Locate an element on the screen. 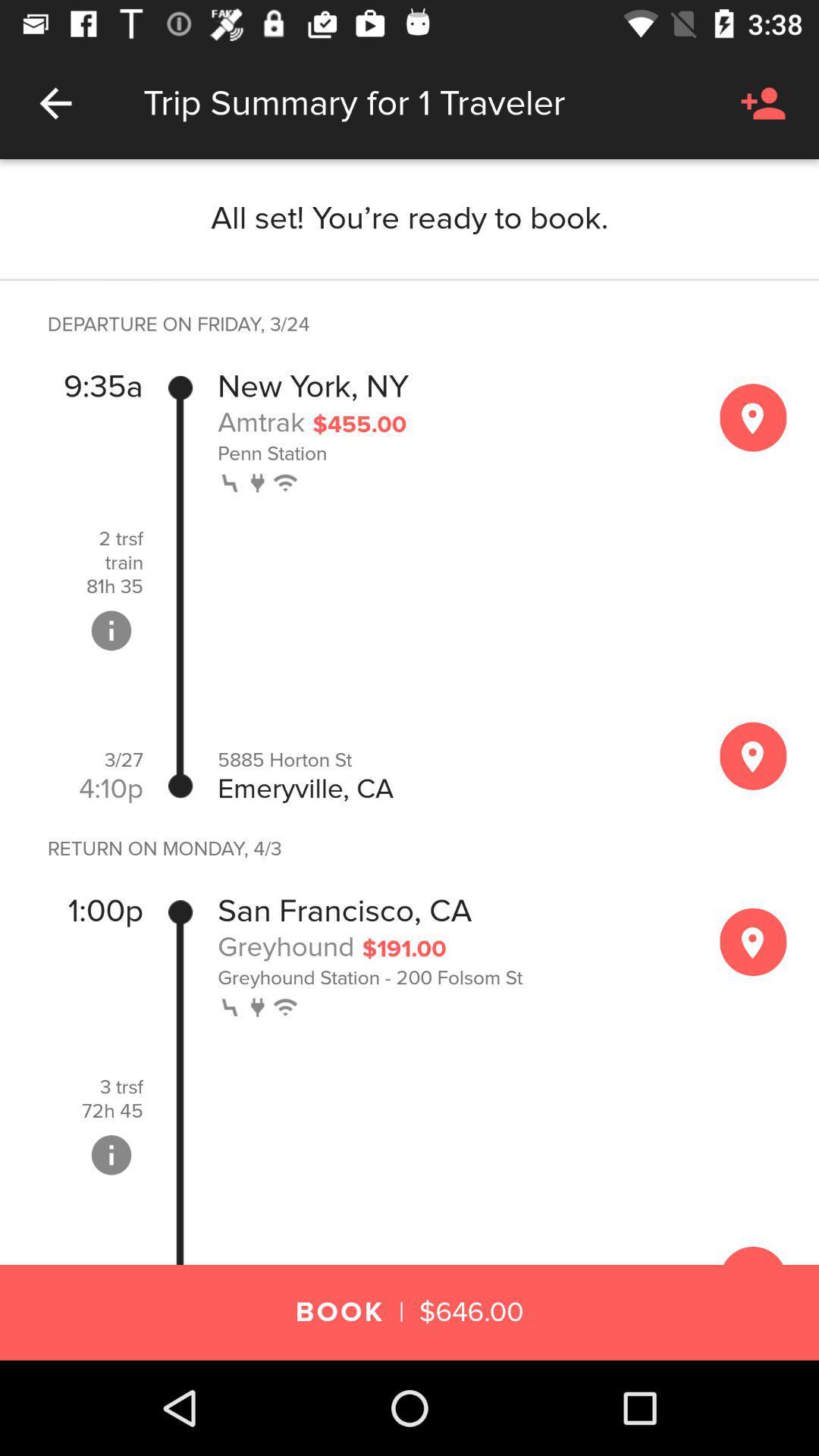  location is located at coordinates (753, 941).